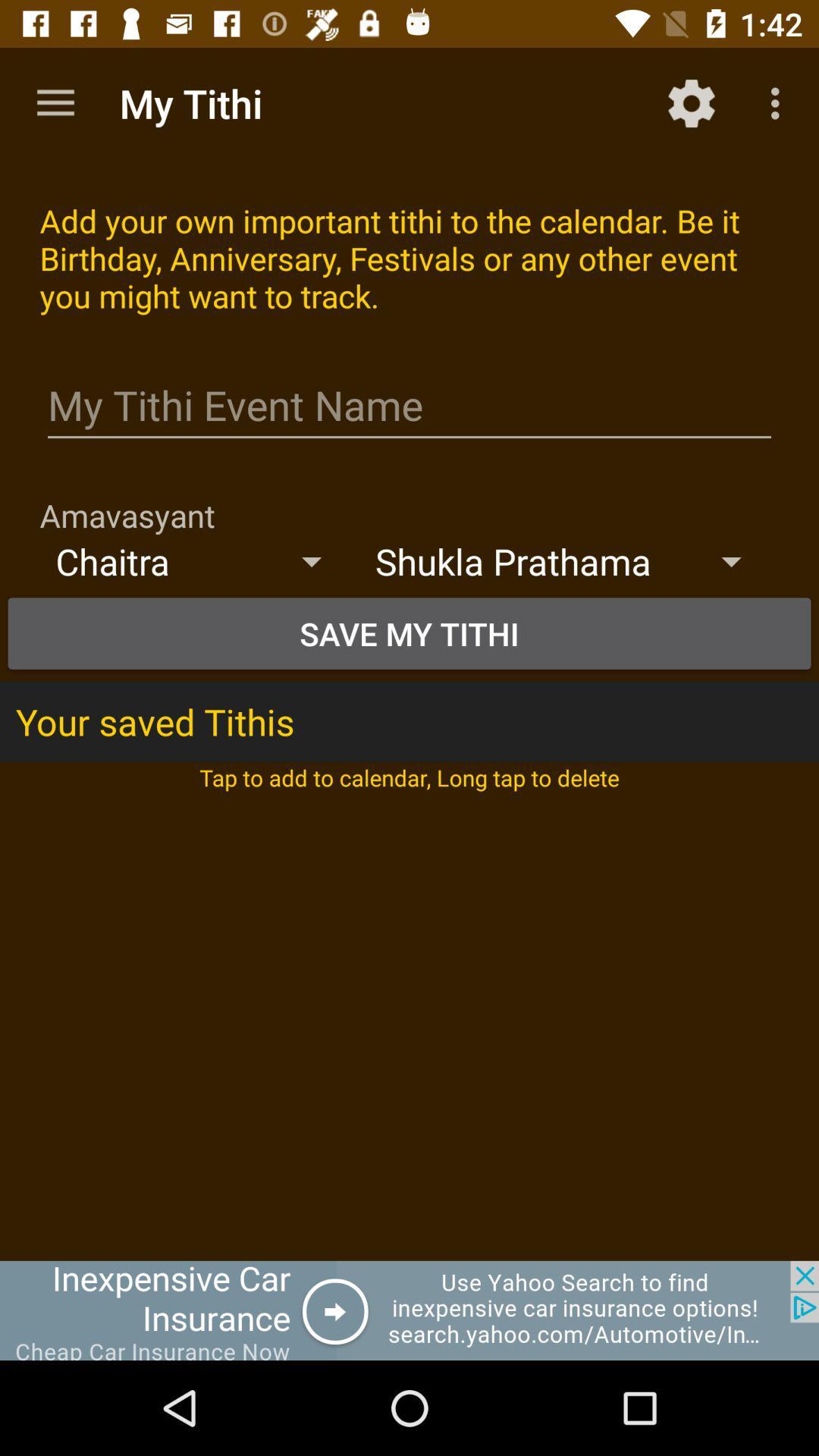 Image resolution: width=819 pixels, height=1456 pixels. What do you see at coordinates (409, 1310) in the screenshot?
I see `advertisement link` at bounding box center [409, 1310].